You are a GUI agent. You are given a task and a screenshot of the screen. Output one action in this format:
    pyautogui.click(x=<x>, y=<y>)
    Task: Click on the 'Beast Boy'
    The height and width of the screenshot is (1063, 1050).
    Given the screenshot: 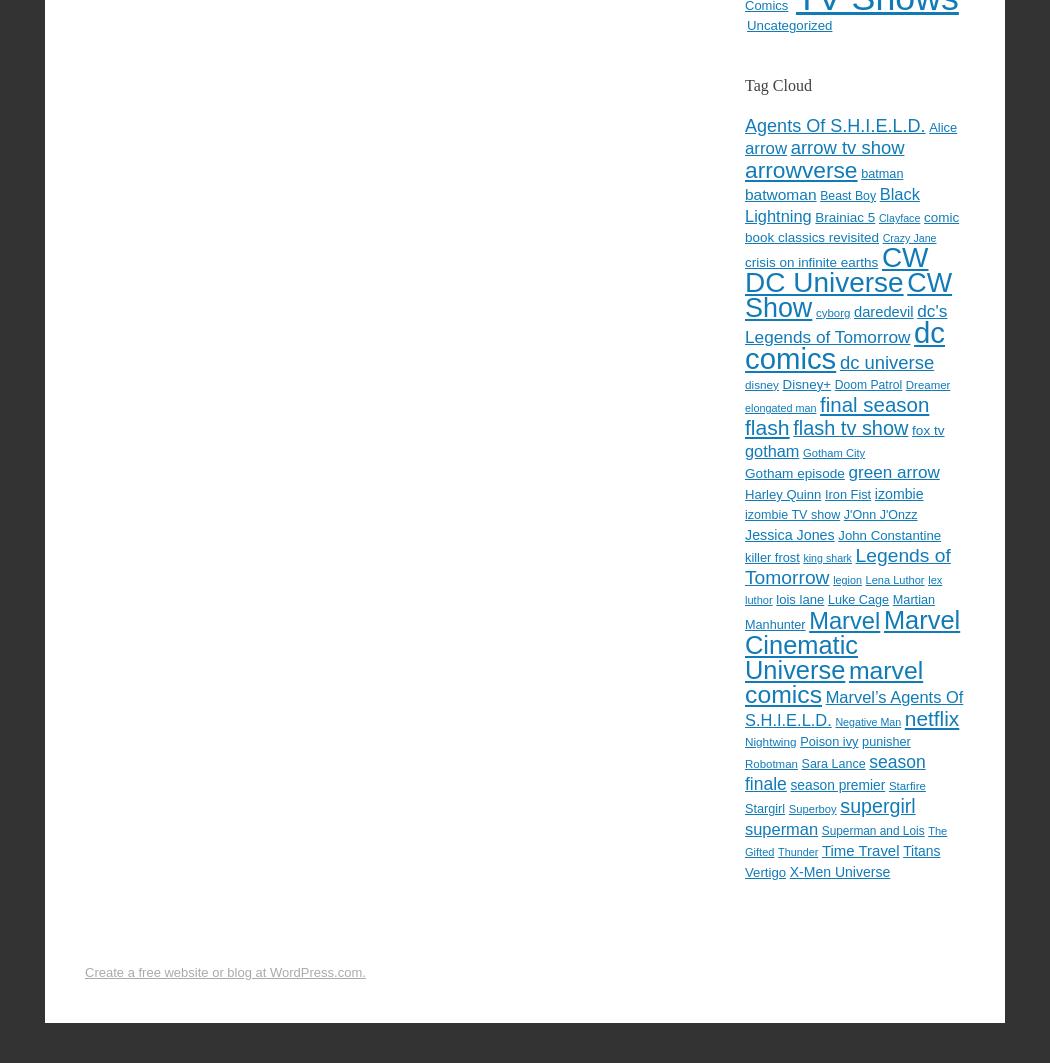 What is the action you would take?
    pyautogui.click(x=847, y=194)
    